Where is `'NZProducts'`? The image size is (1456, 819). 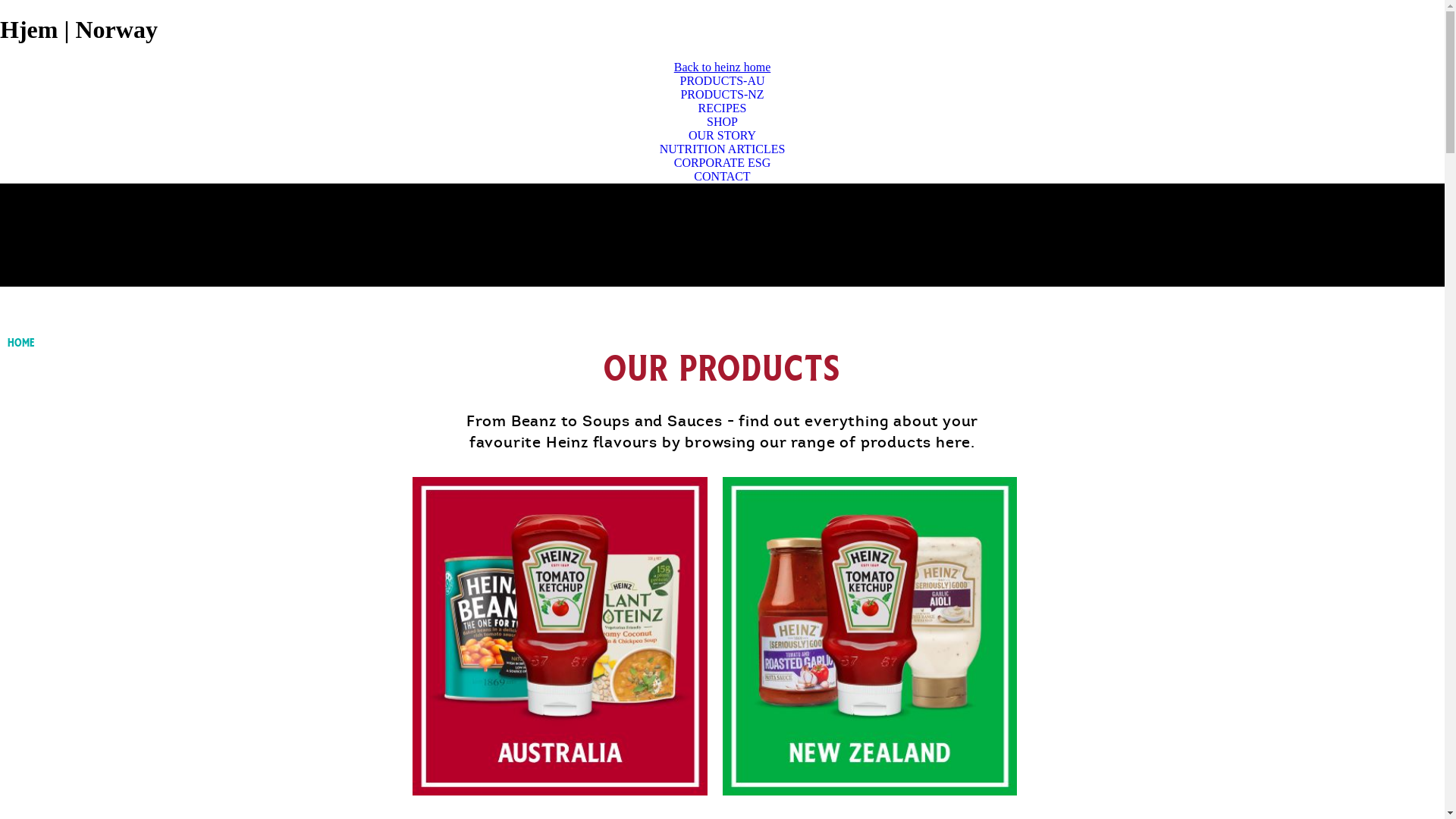 'NZProducts' is located at coordinates (869, 636).